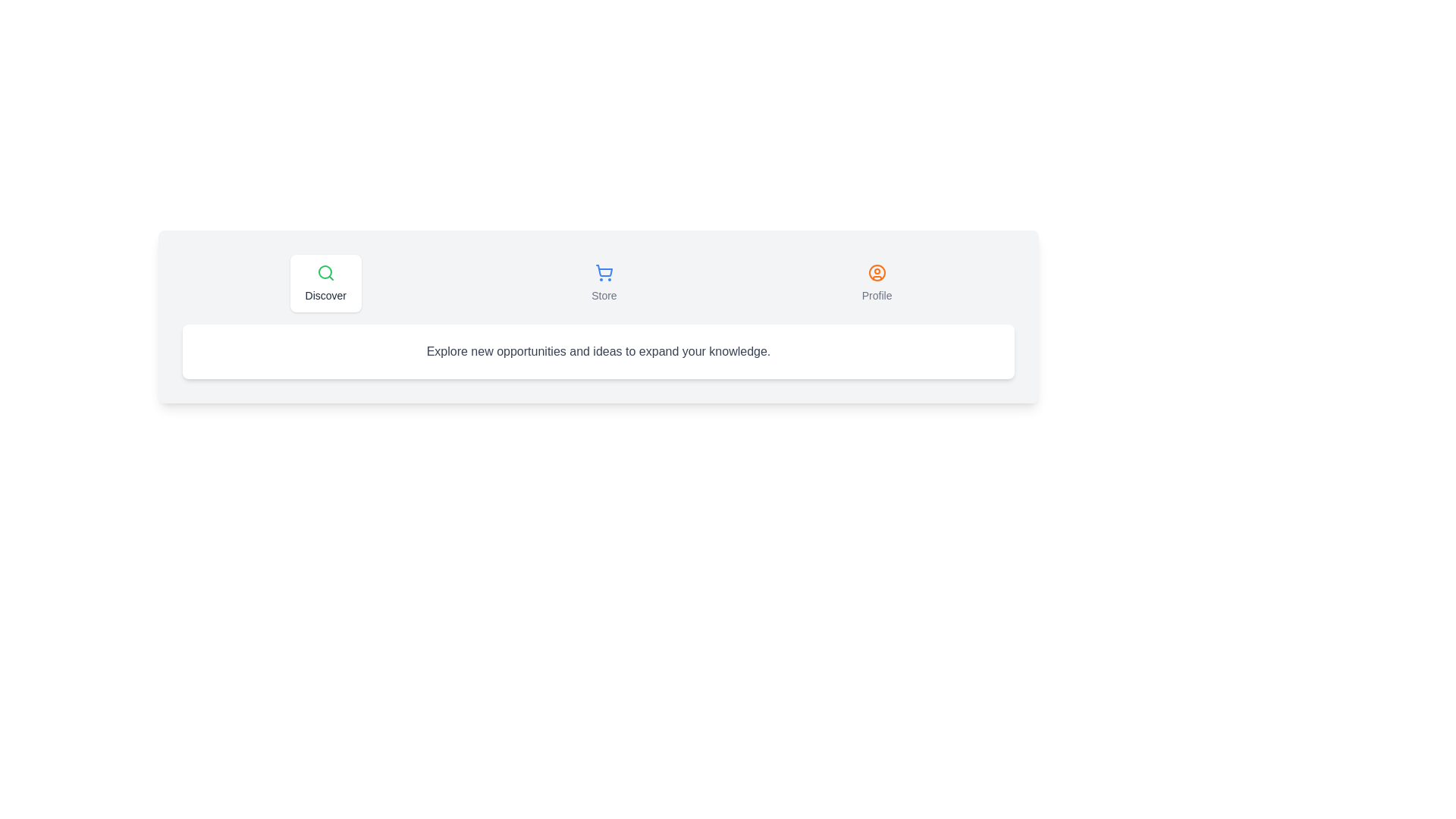 Image resolution: width=1456 pixels, height=819 pixels. I want to click on the tab labeled Profile to display its associated content, so click(877, 284).